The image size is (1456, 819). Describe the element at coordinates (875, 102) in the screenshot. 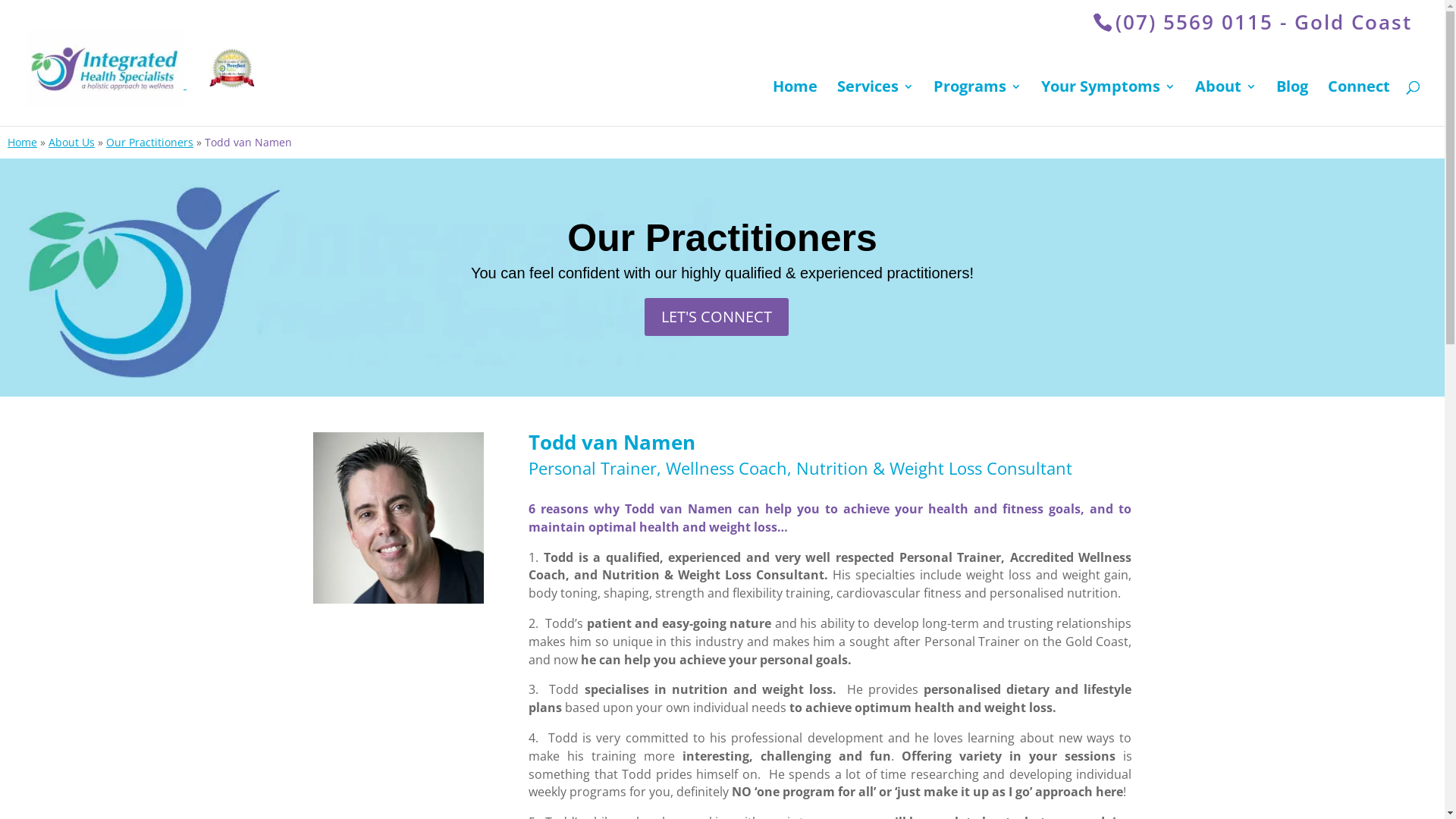

I see `'Services'` at that location.